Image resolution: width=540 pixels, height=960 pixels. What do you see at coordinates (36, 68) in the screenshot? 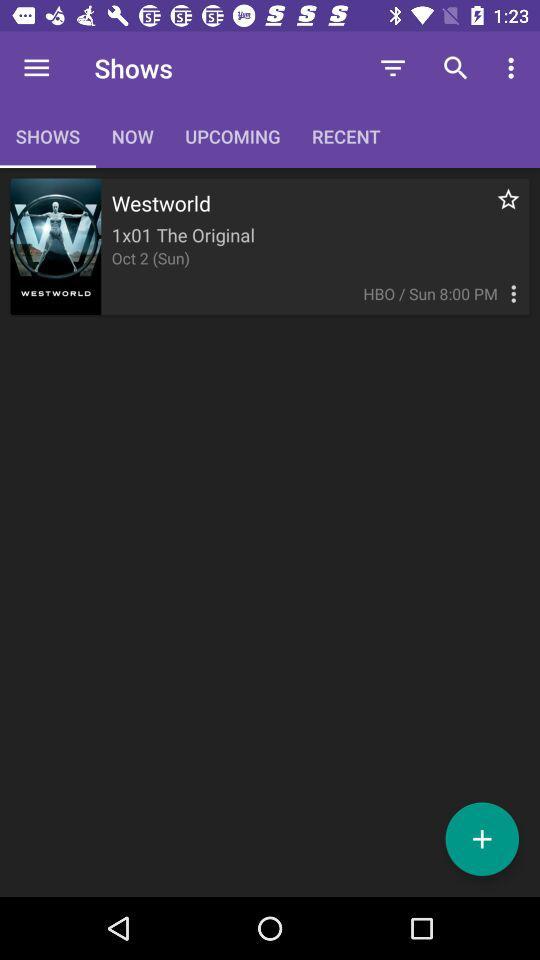
I see `item above shows icon` at bounding box center [36, 68].